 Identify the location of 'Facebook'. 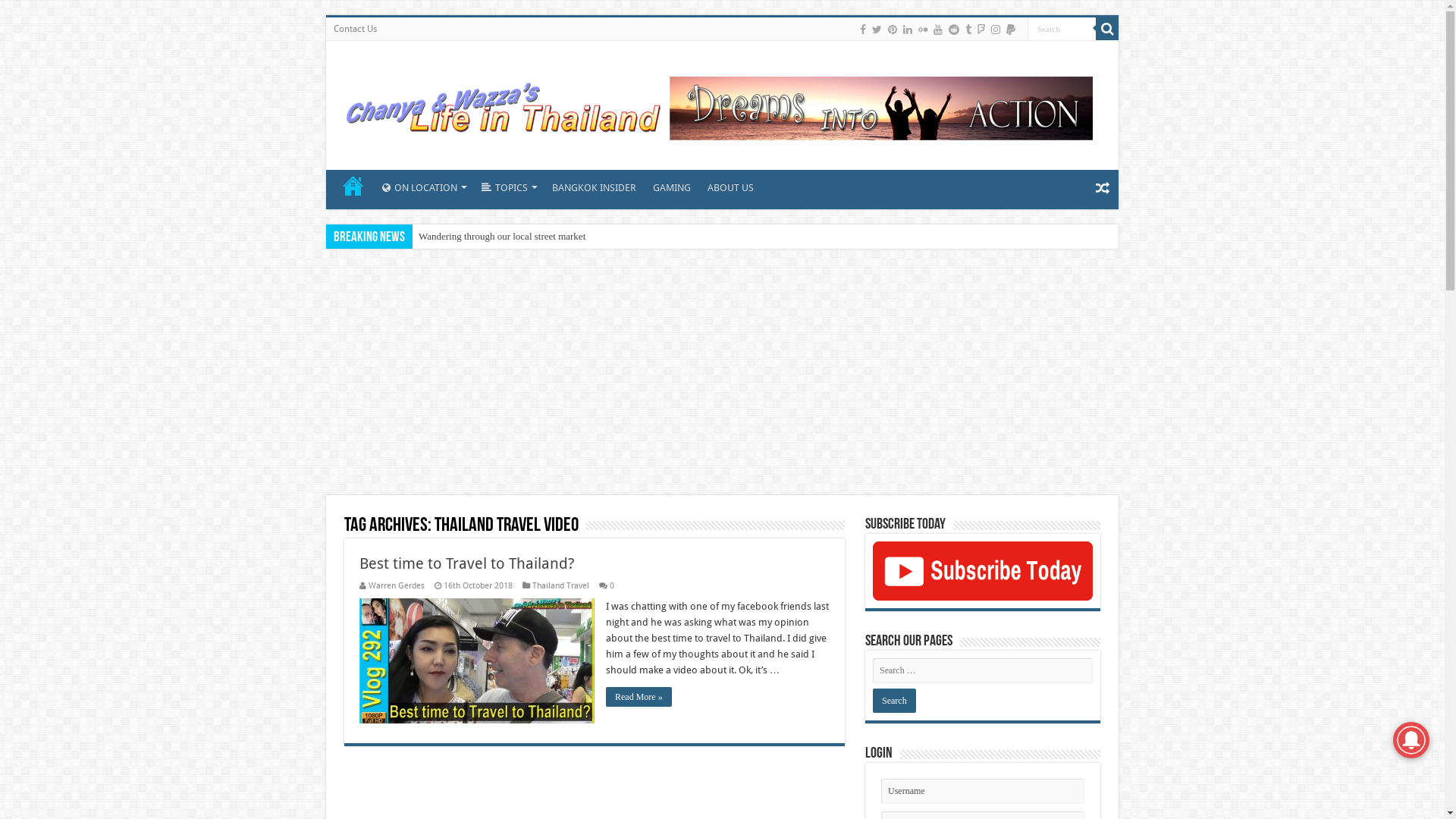
(862, 29).